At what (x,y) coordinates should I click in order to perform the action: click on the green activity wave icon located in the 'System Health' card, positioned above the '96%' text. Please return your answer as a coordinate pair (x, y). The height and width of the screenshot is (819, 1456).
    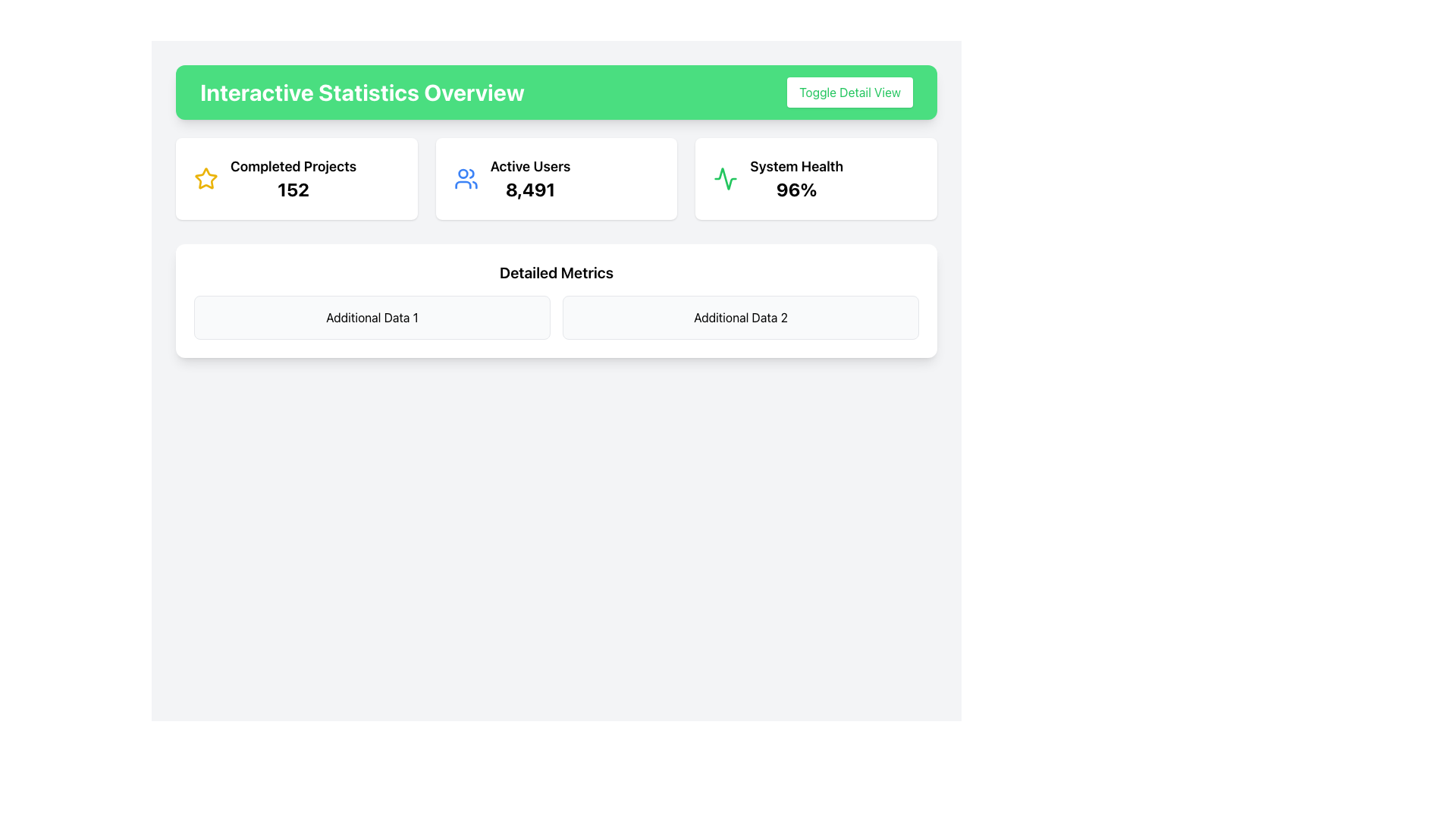
    Looking at the image, I should click on (725, 177).